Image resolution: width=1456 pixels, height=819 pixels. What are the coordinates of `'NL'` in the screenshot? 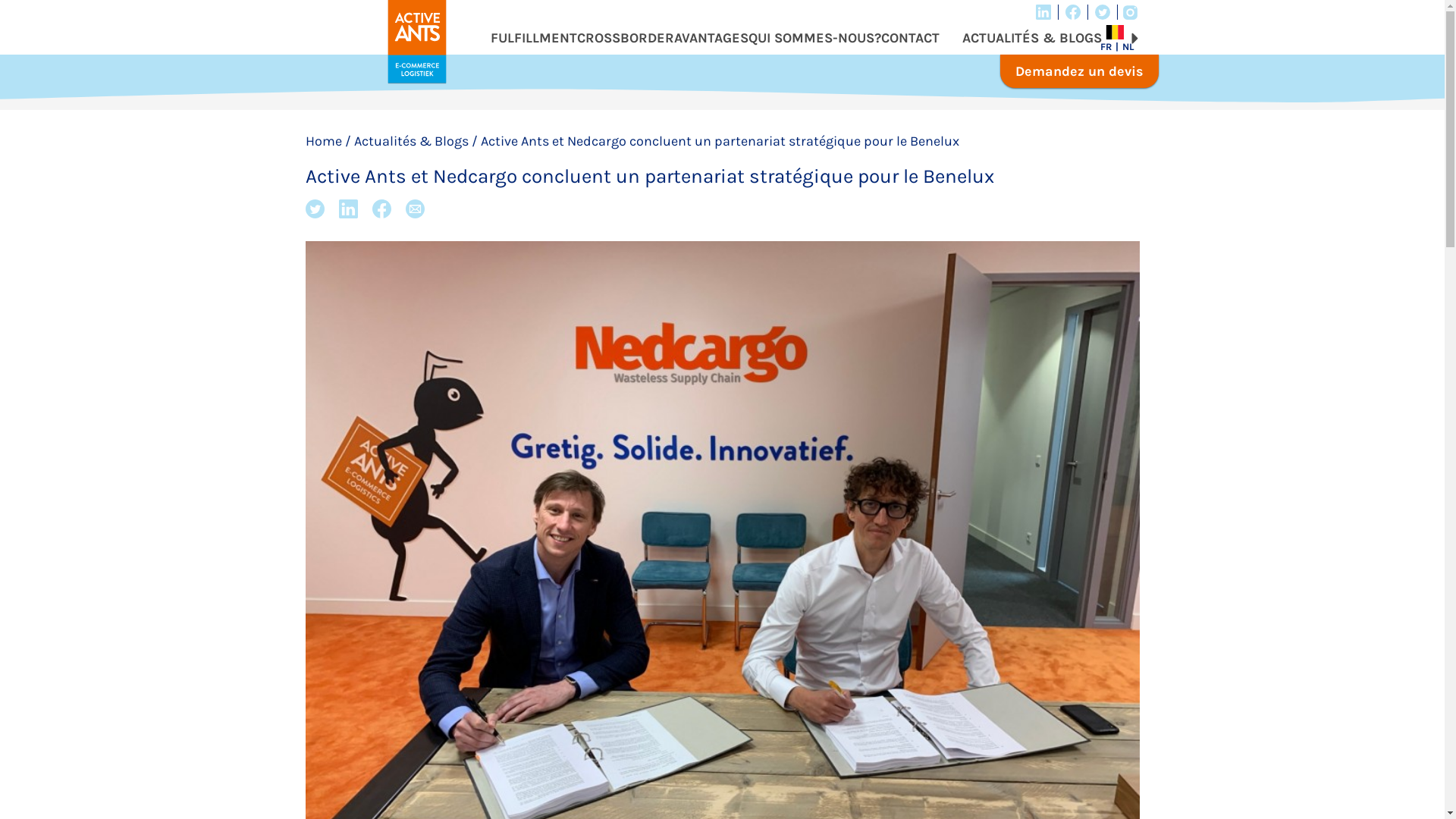 It's located at (1128, 46).